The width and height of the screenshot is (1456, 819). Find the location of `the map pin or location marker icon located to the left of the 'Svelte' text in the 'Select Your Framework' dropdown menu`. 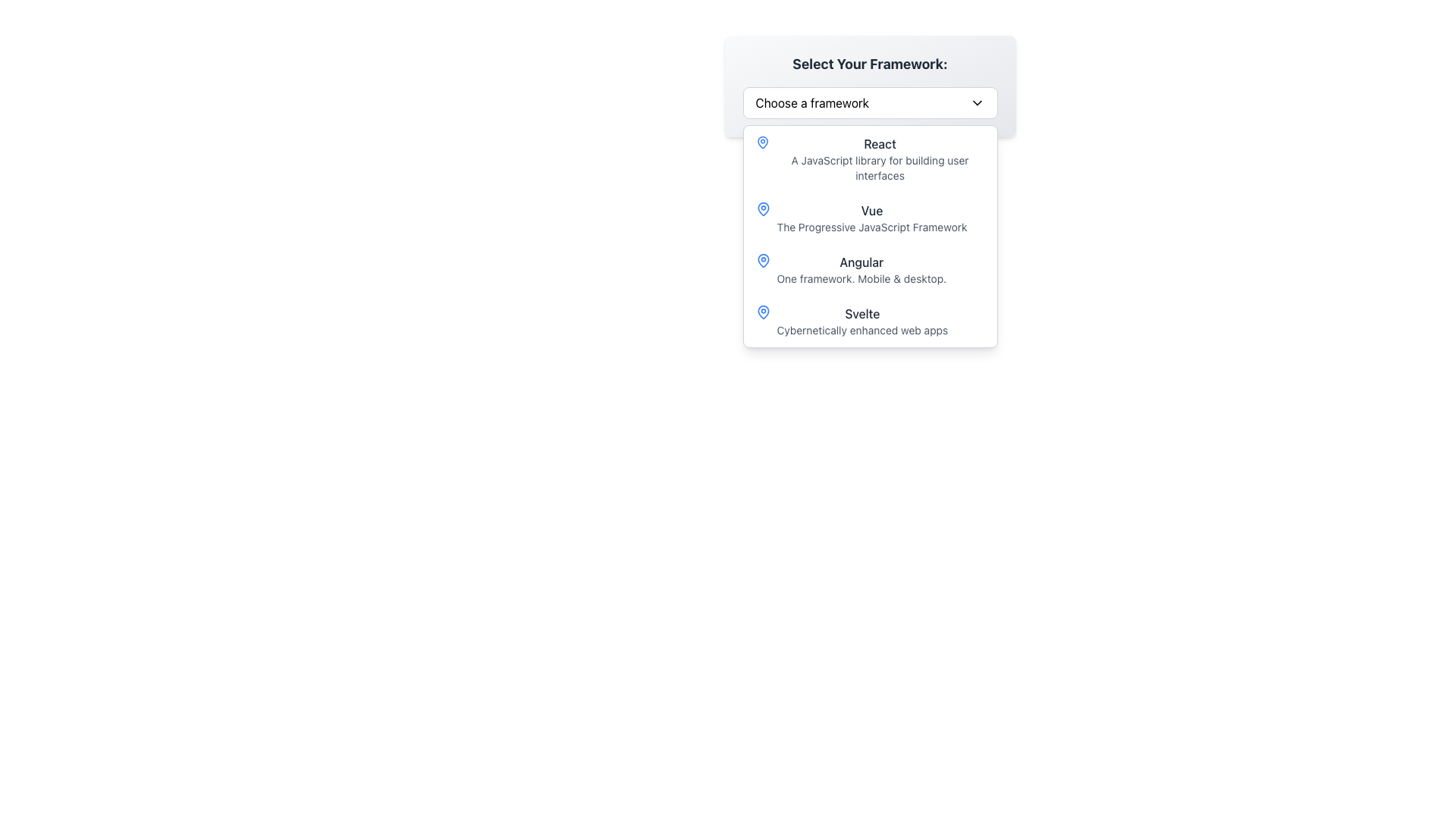

the map pin or location marker icon located to the left of the 'Svelte' text in the 'Select Your Framework' dropdown menu is located at coordinates (763, 312).